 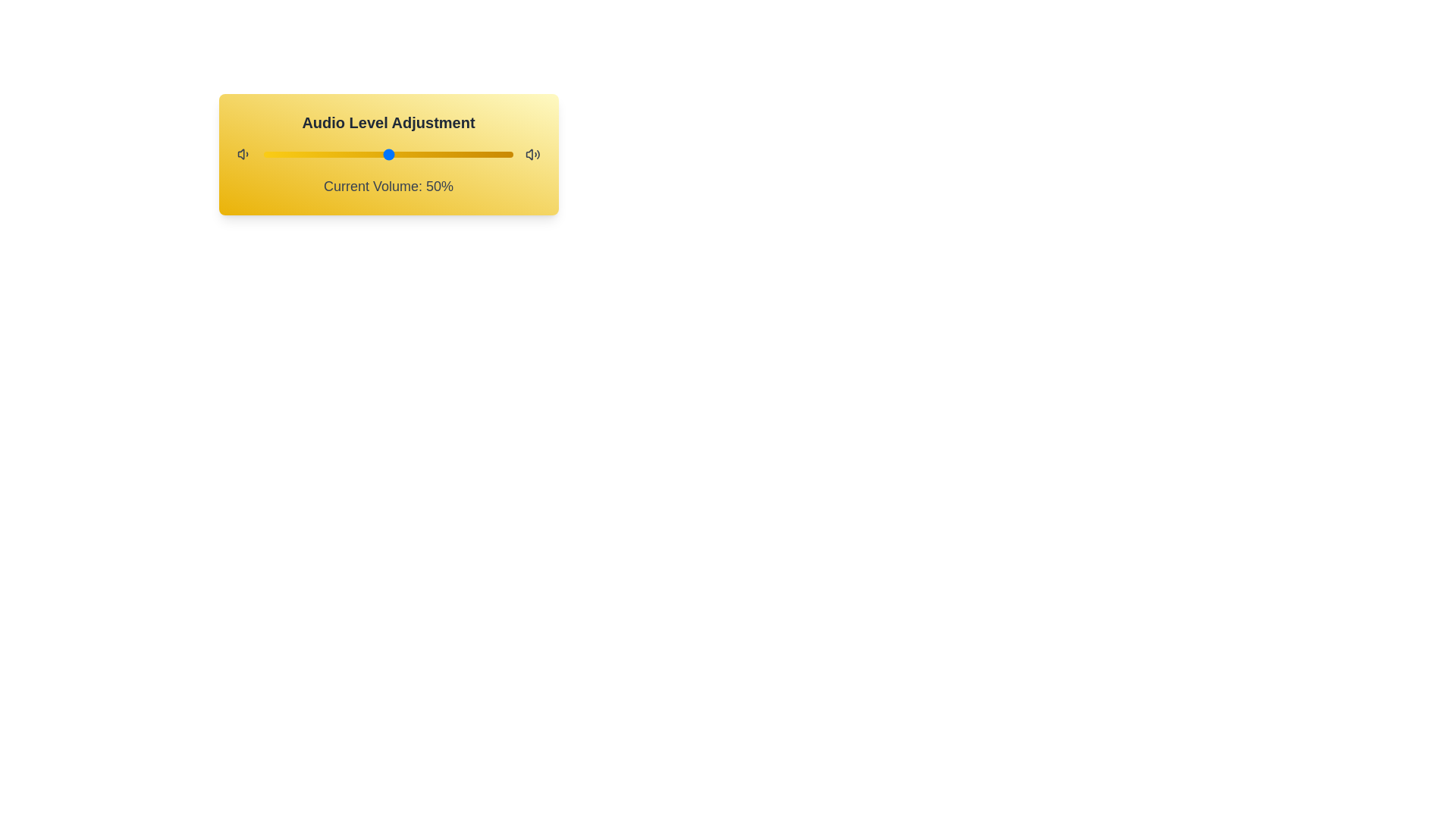 What do you see at coordinates (463, 155) in the screenshot?
I see `the volume level` at bounding box center [463, 155].